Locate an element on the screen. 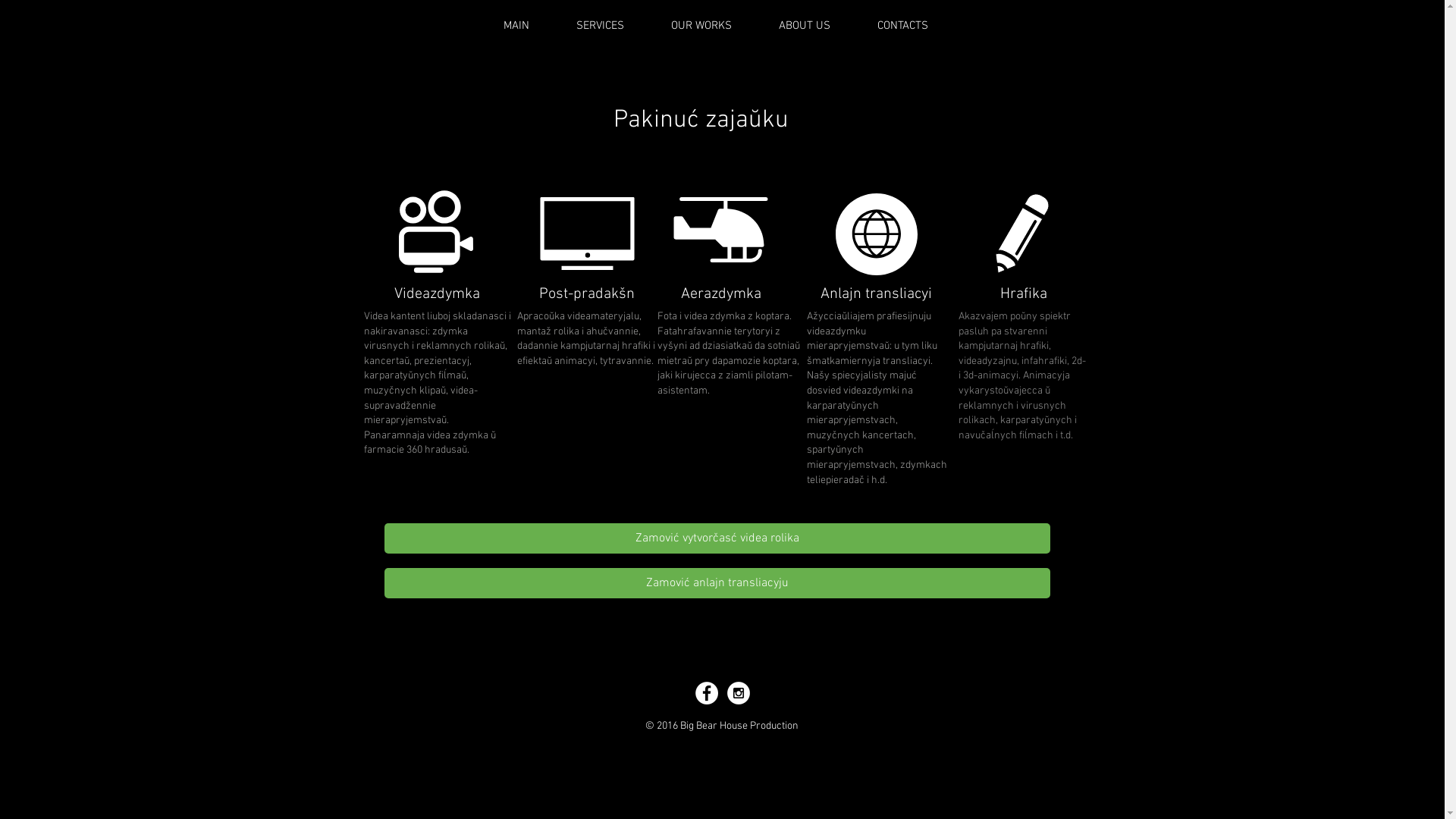  'SERVICES' is located at coordinates (551, 26).